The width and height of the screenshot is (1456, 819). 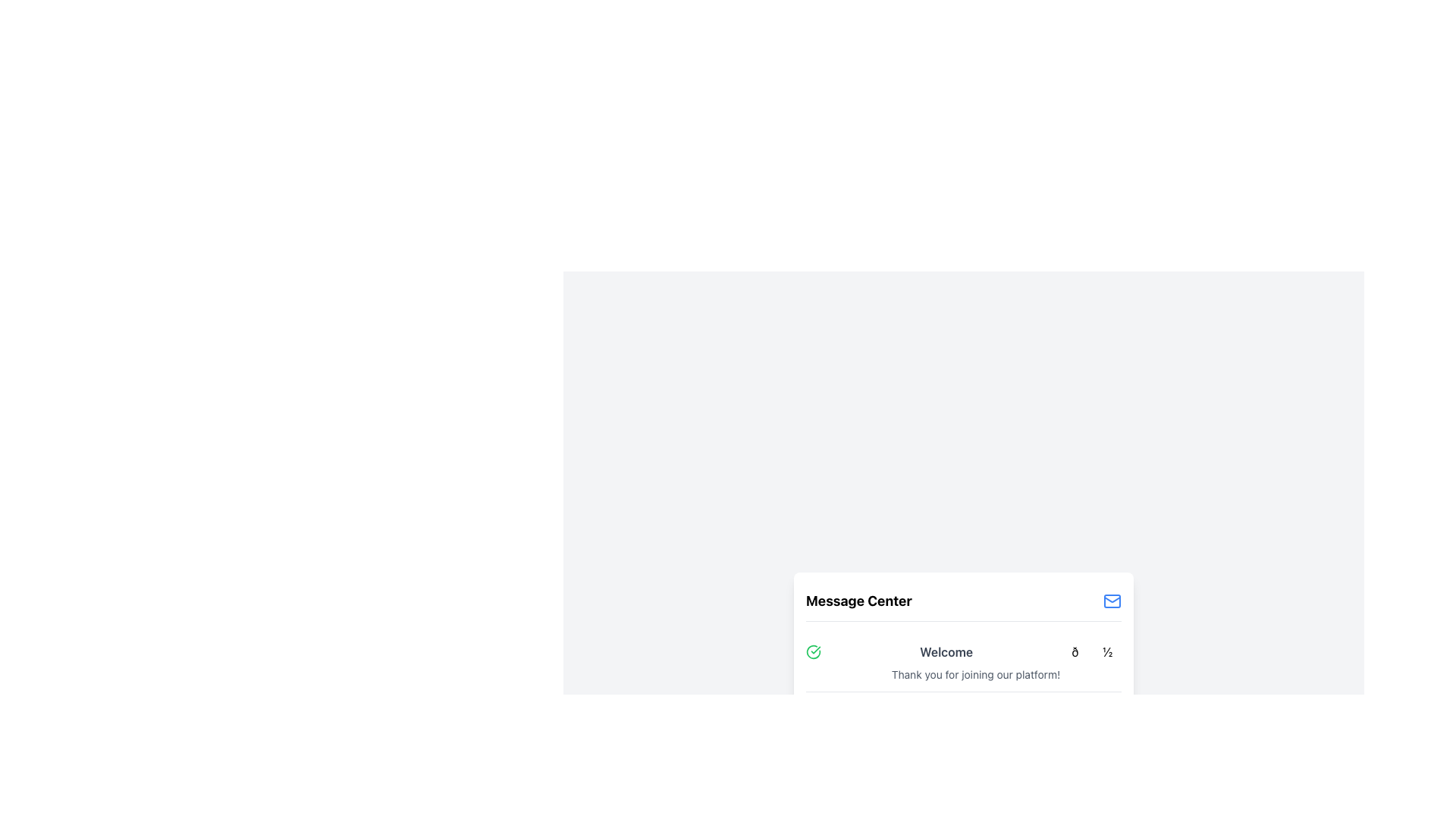 What do you see at coordinates (975, 674) in the screenshot?
I see `the static text element that conveys a welcoming message, thanking the user for joining the platform, located below the 'Welcome' text in the 'Message Center'` at bounding box center [975, 674].